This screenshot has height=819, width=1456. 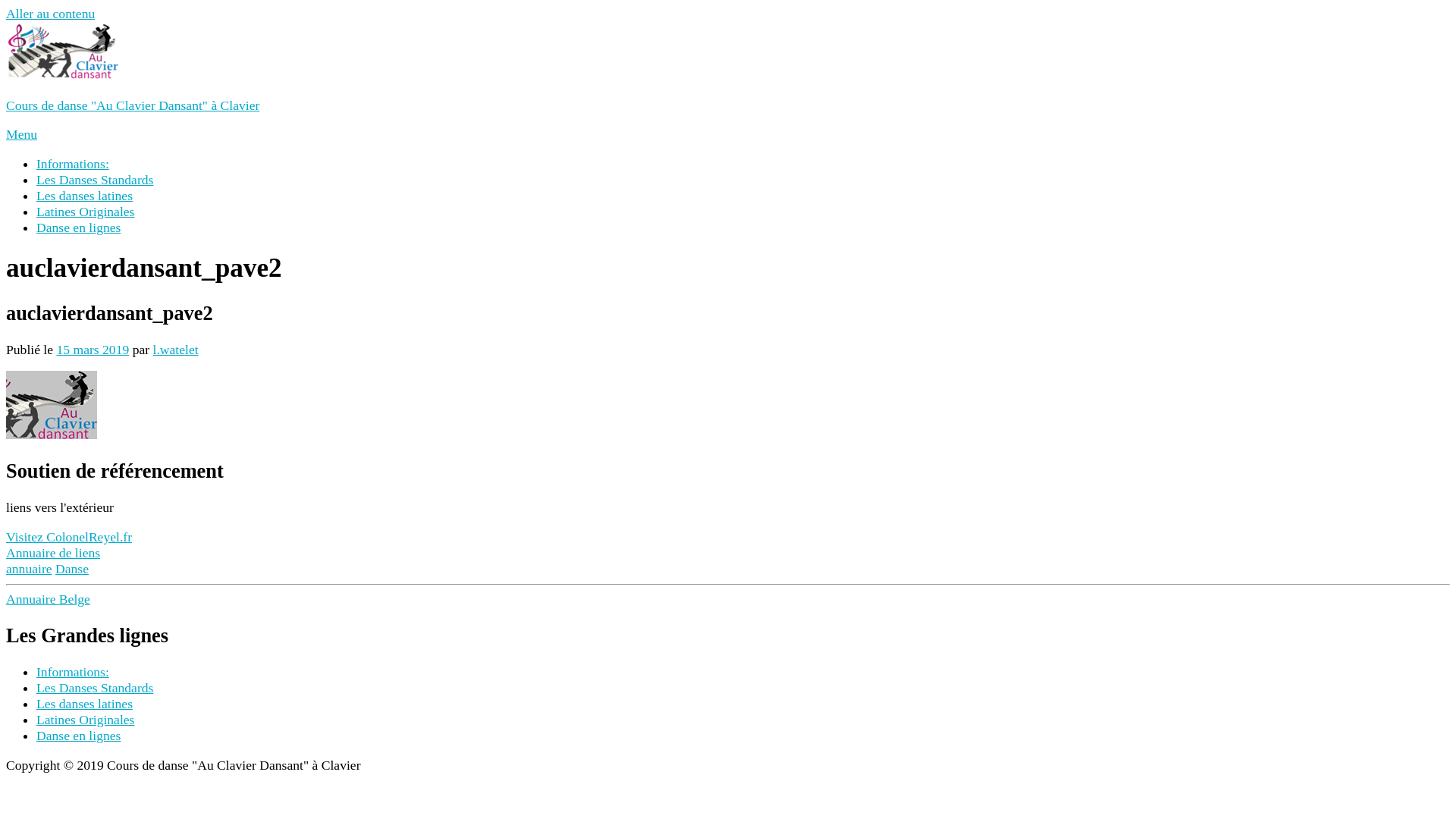 What do you see at coordinates (77, 227) in the screenshot?
I see `'Danse en lignes'` at bounding box center [77, 227].